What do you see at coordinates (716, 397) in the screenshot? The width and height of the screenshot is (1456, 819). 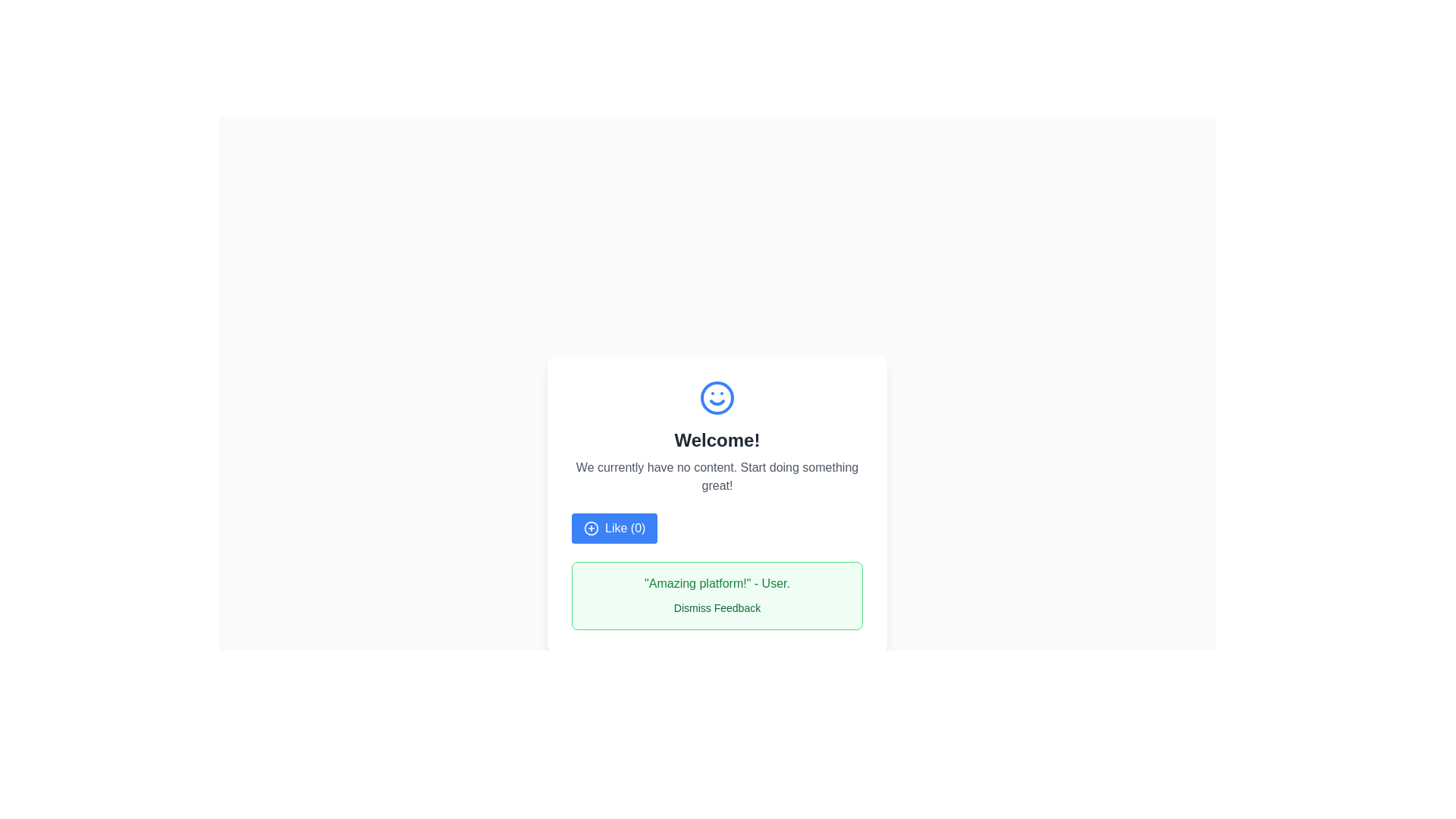 I see `the outermost circle SVG element that serves as a visual boundary for the smile icon, located at the top center of the card interface above the text 'Welcome!'` at bounding box center [716, 397].